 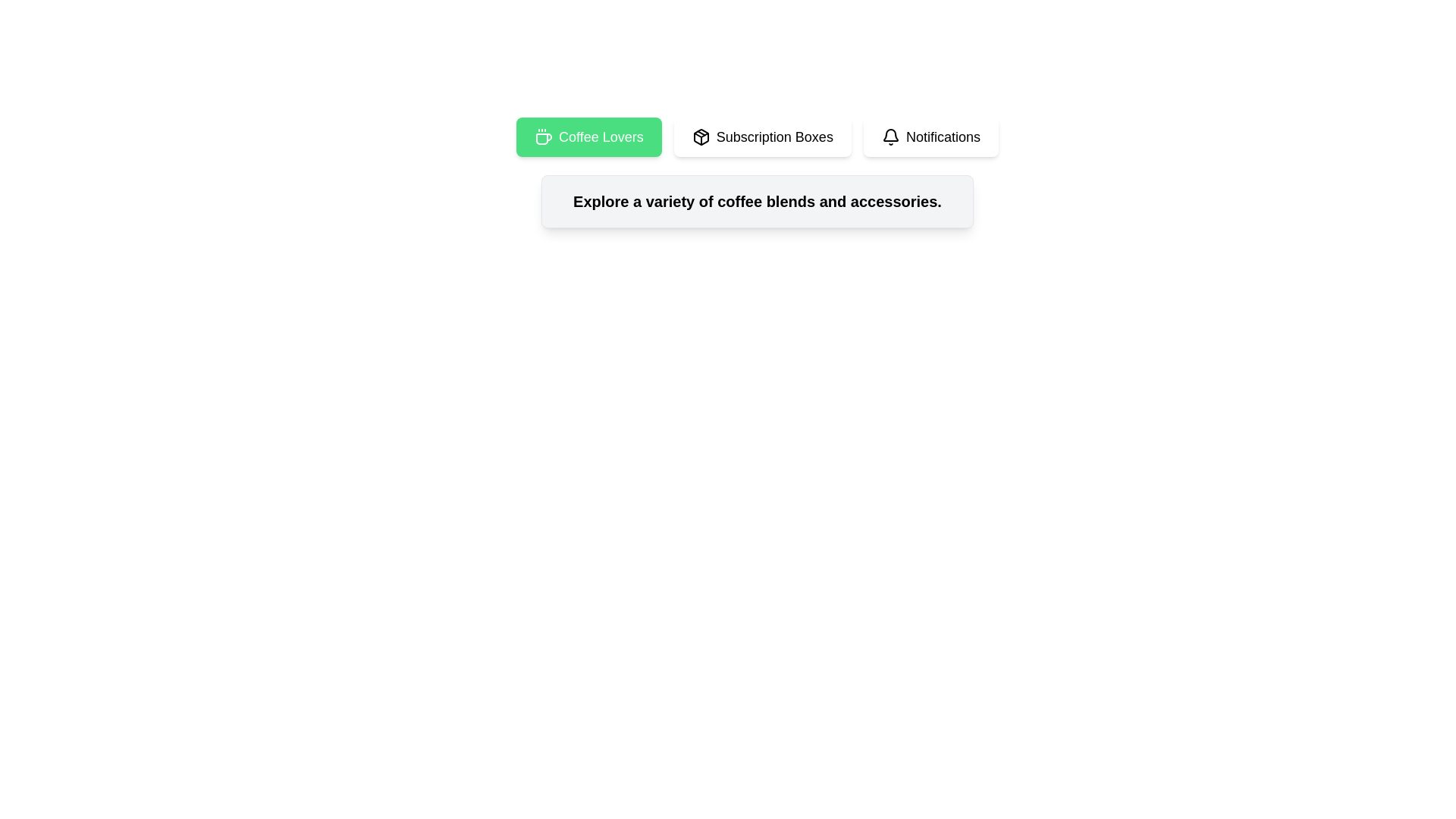 What do you see at coordinates (774, 137) in the screenshot?
I see `the 'Subscription Boxes' text label within the button located in the navigation bar` at bounding box center [774, 137].